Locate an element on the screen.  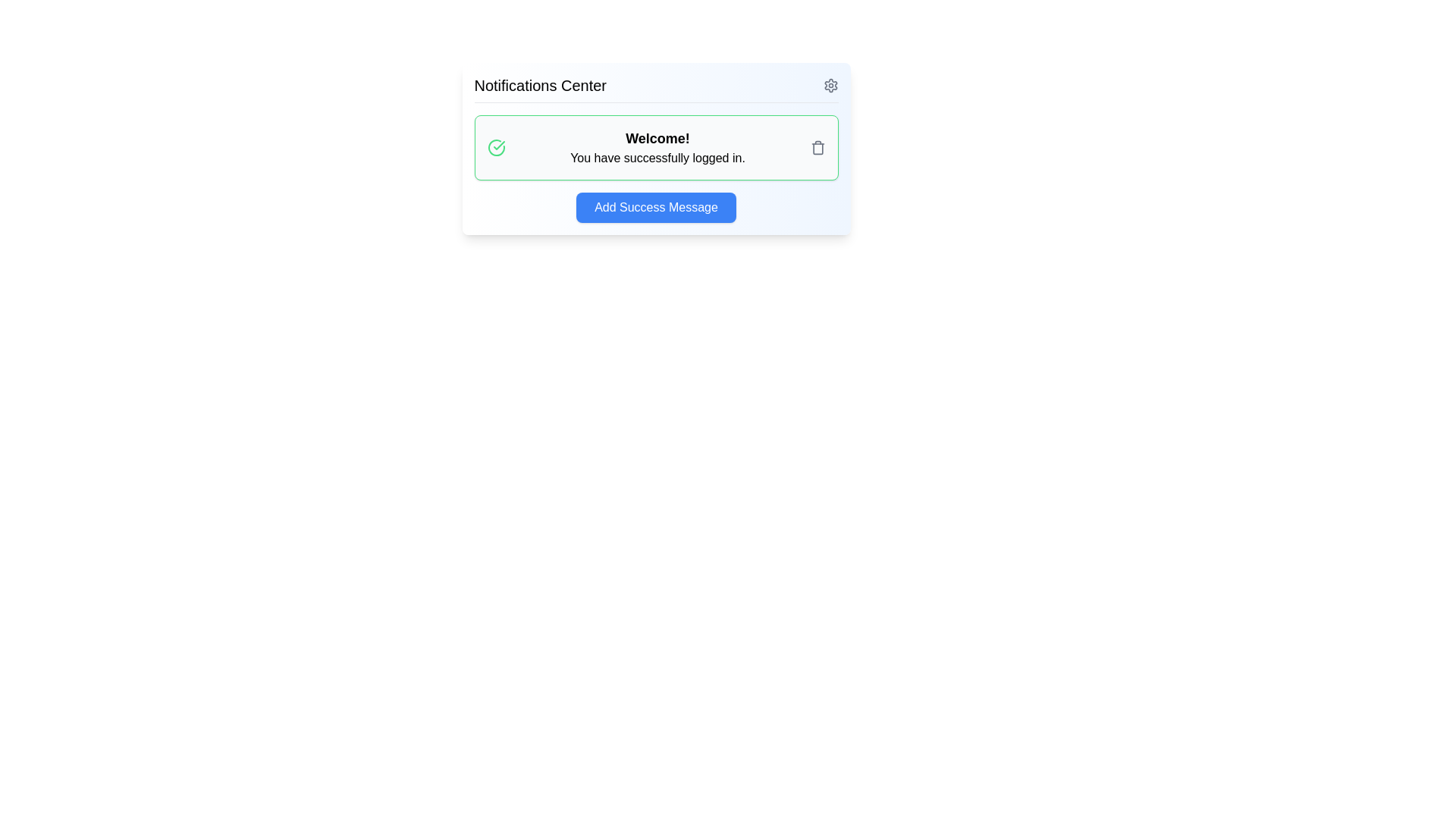
the circular check icon with a green outline located in the notification box header area is located at coordinates (496, 148).